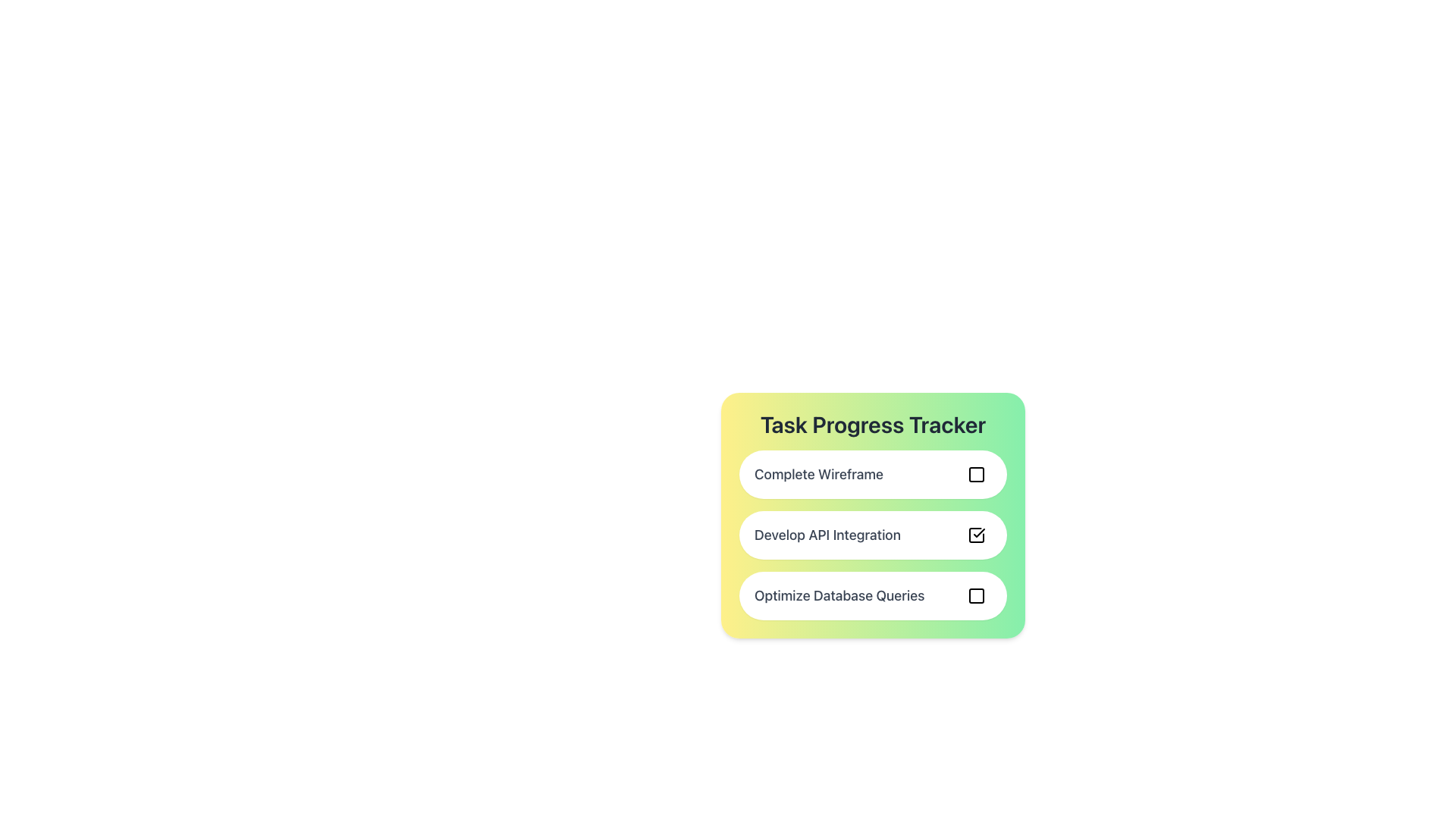 The height and width of the screenshot is (819, 1456). I want to click on the descriptive text label for the third task item in the 'Task Progress Tracker' panel, which is located to the left of the checkbox icon, so click(839, 595).